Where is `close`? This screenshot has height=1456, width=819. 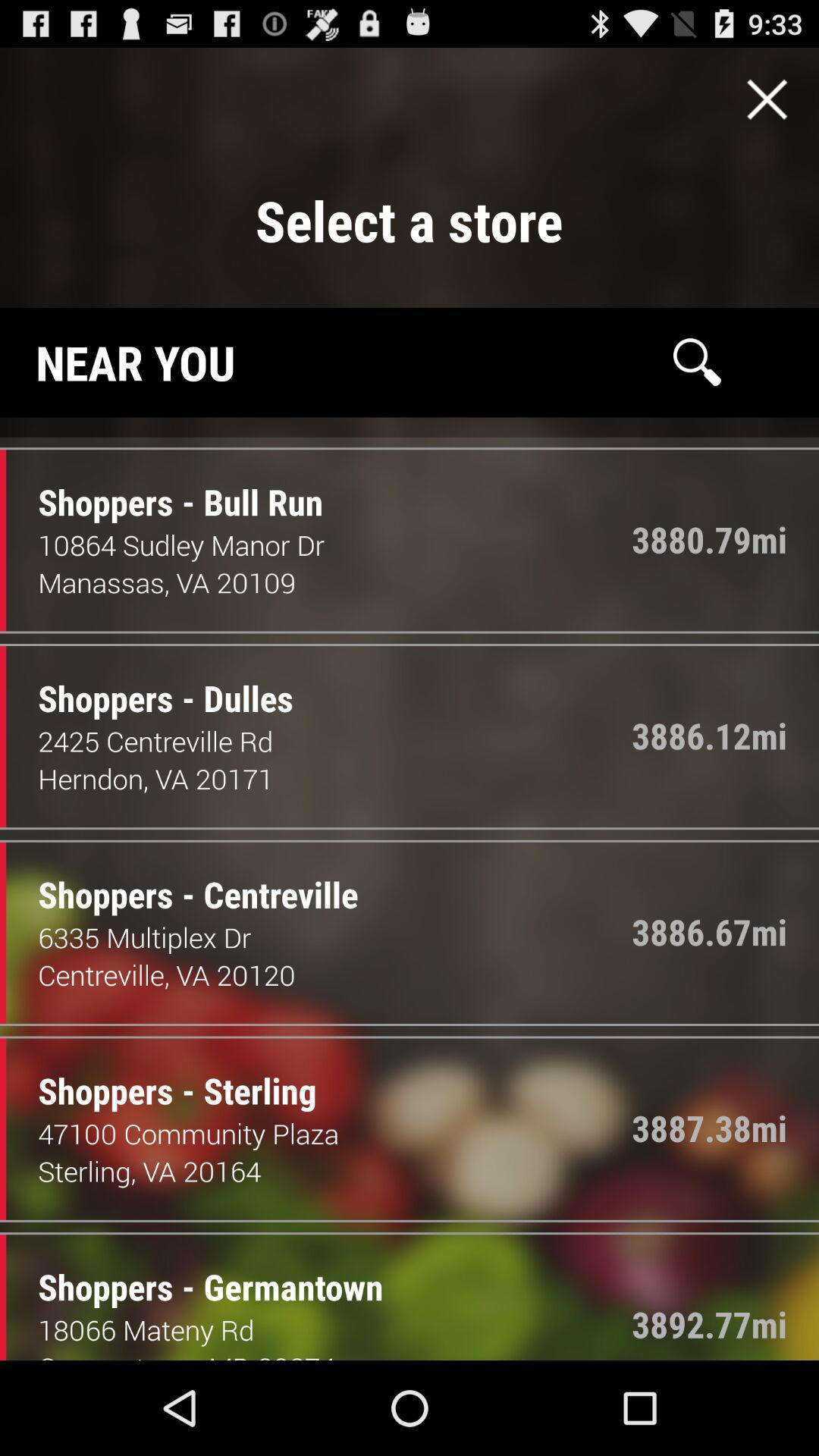
close is located at coordinates (767, 99).